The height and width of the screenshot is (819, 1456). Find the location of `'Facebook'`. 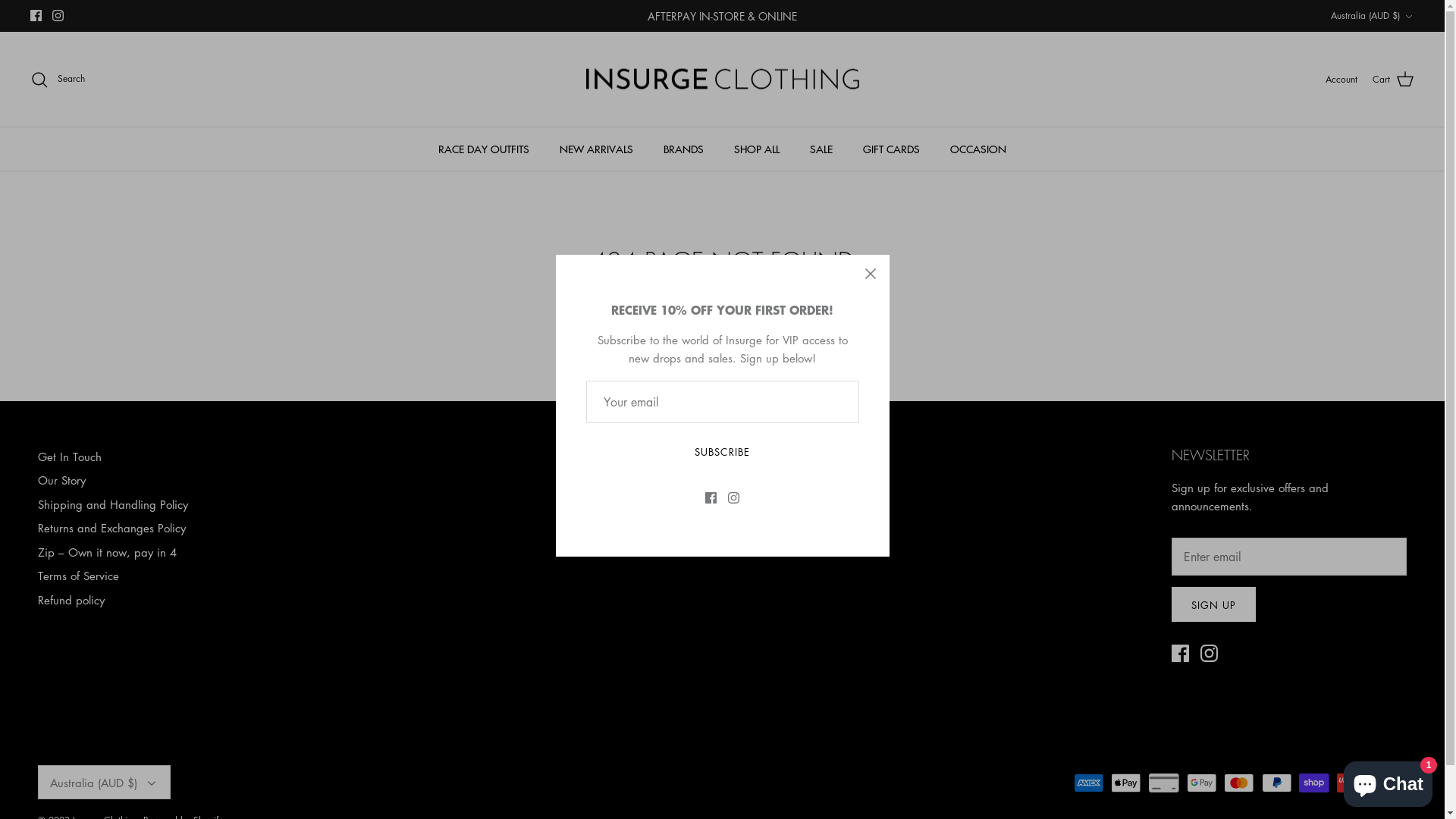

'Facebook' is located at coordinates (1179, 652).